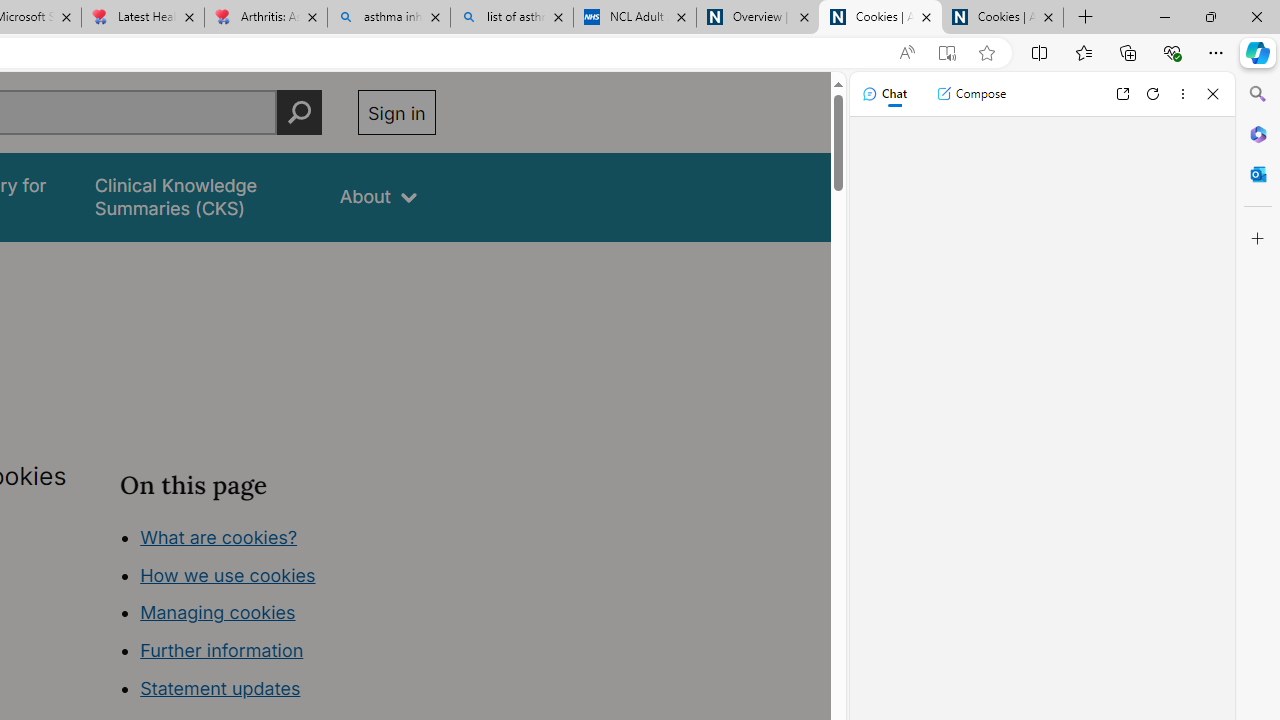  What do you see at coordinates (217, 612) in the screenshot?
I see `'Managing cookies'` at bounding box center [217, 612].